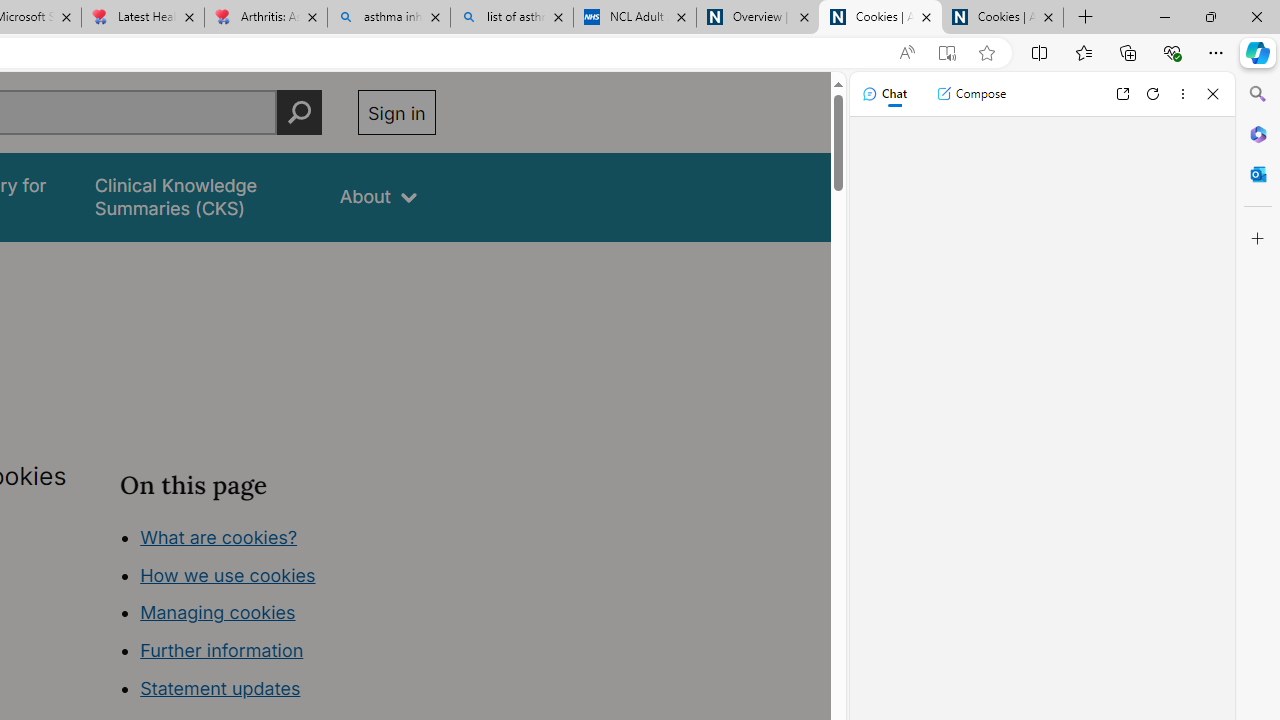  What do you see at coordinates (217, 612) in the screenshot?
I see `'Managing cookies'` at bounding box center [217, 612].